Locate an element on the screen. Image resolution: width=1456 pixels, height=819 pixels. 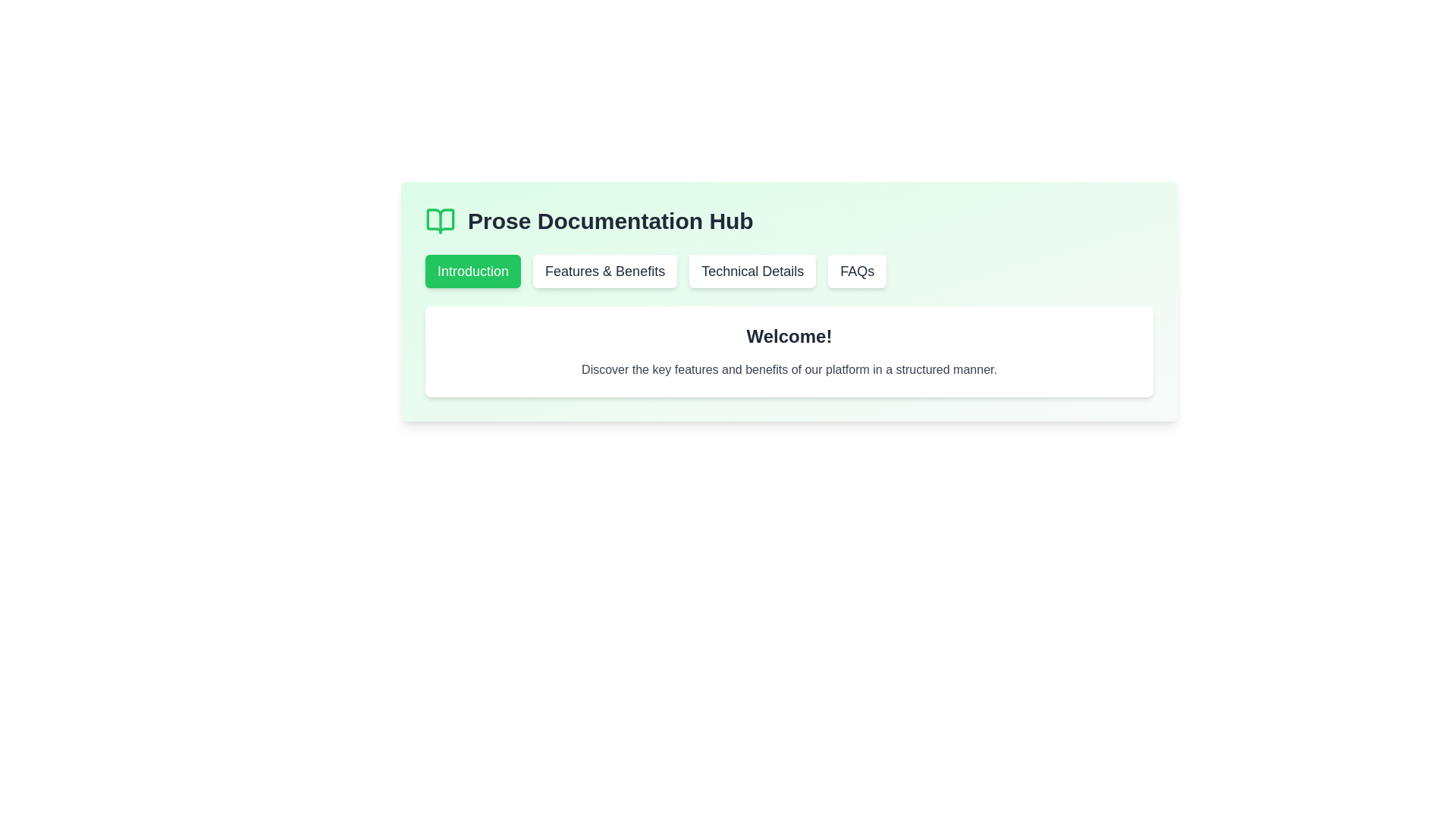
the rectangular button labeled 'Features & Benefits', which is the second button in a row of four, to trigger its hover effect is located at coordinates (604, 271).